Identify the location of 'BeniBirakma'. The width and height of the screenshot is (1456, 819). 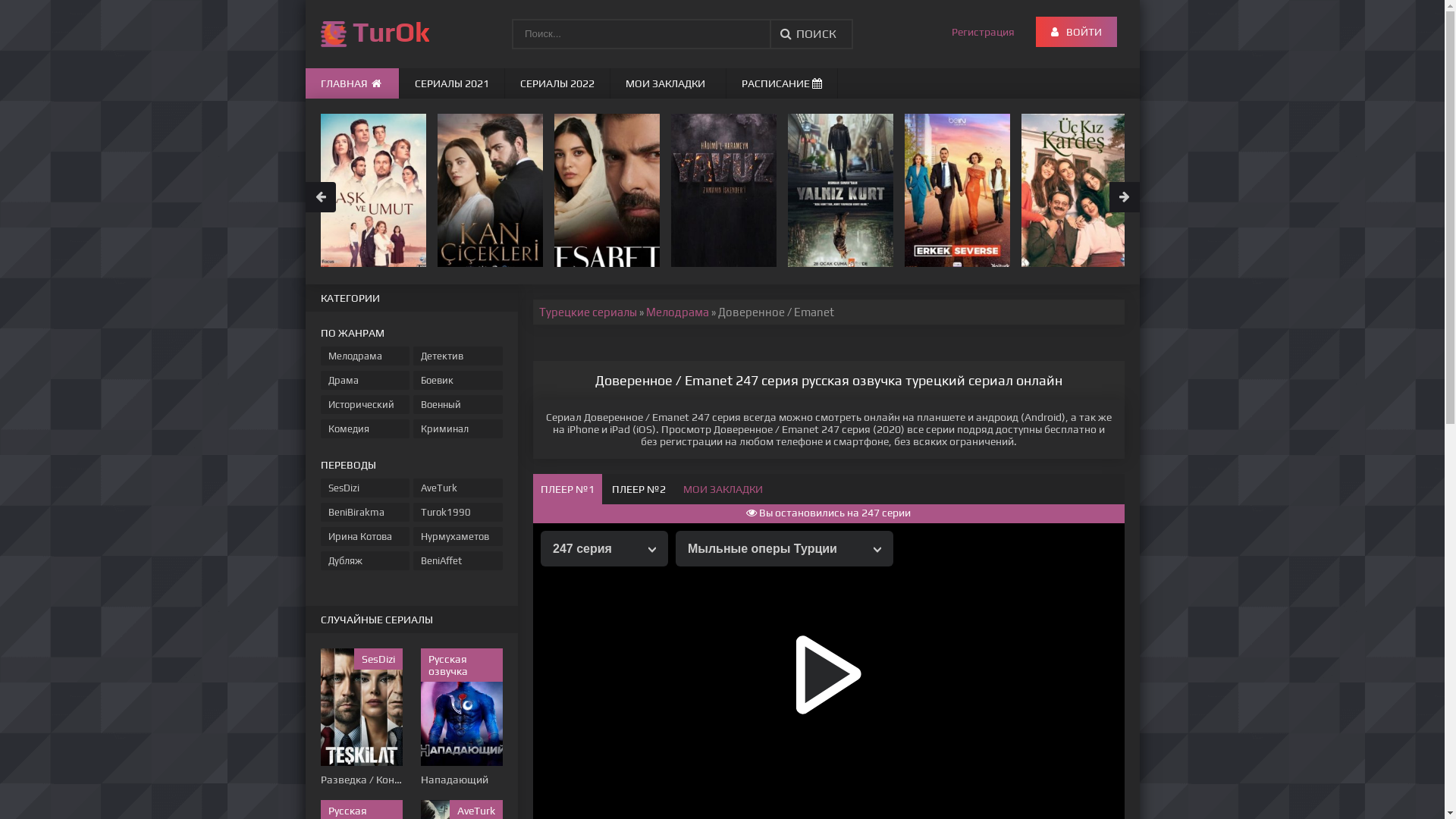
(364, 512).